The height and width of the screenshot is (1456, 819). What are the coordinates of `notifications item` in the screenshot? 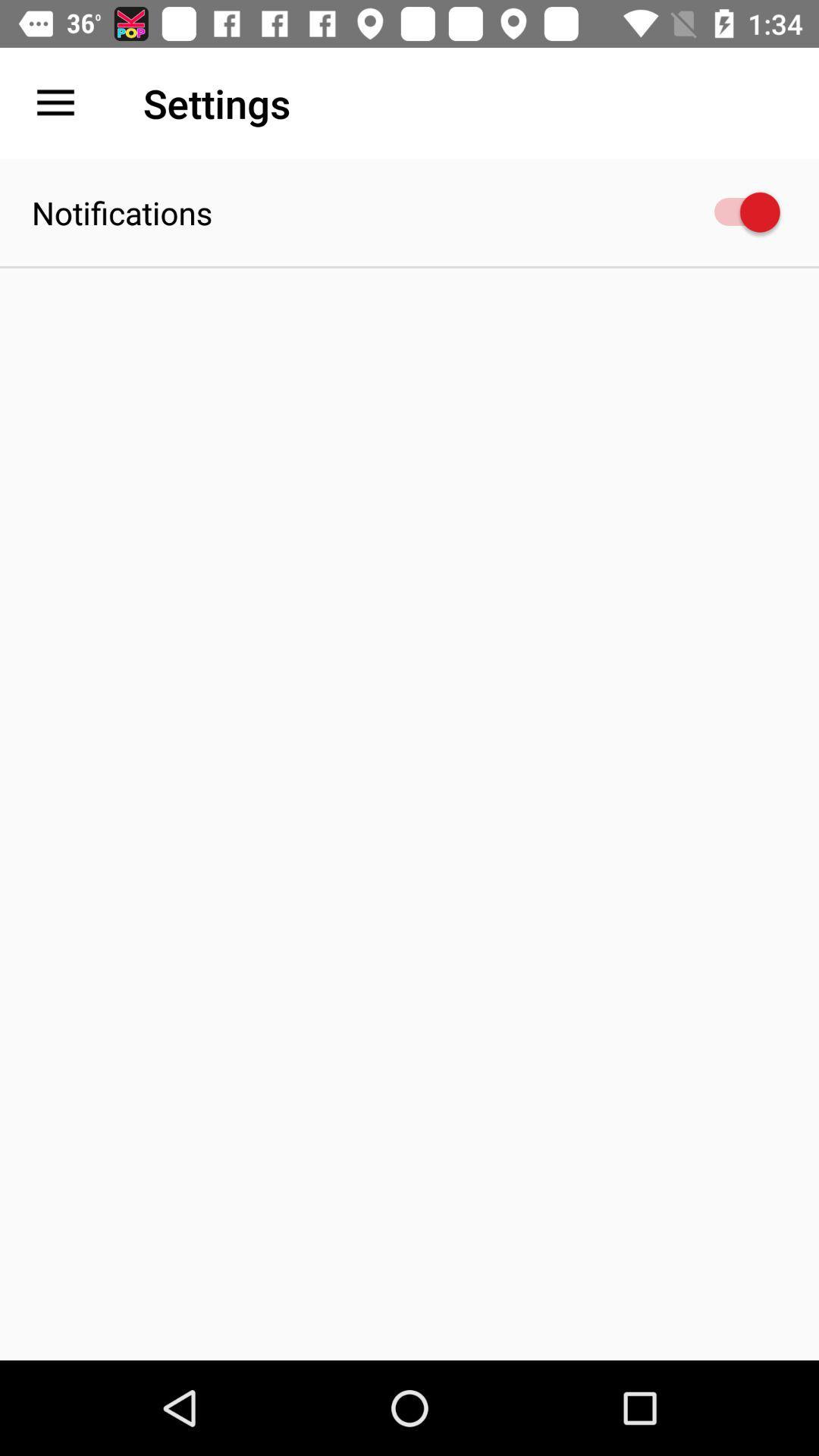 It's located at (121, 212).